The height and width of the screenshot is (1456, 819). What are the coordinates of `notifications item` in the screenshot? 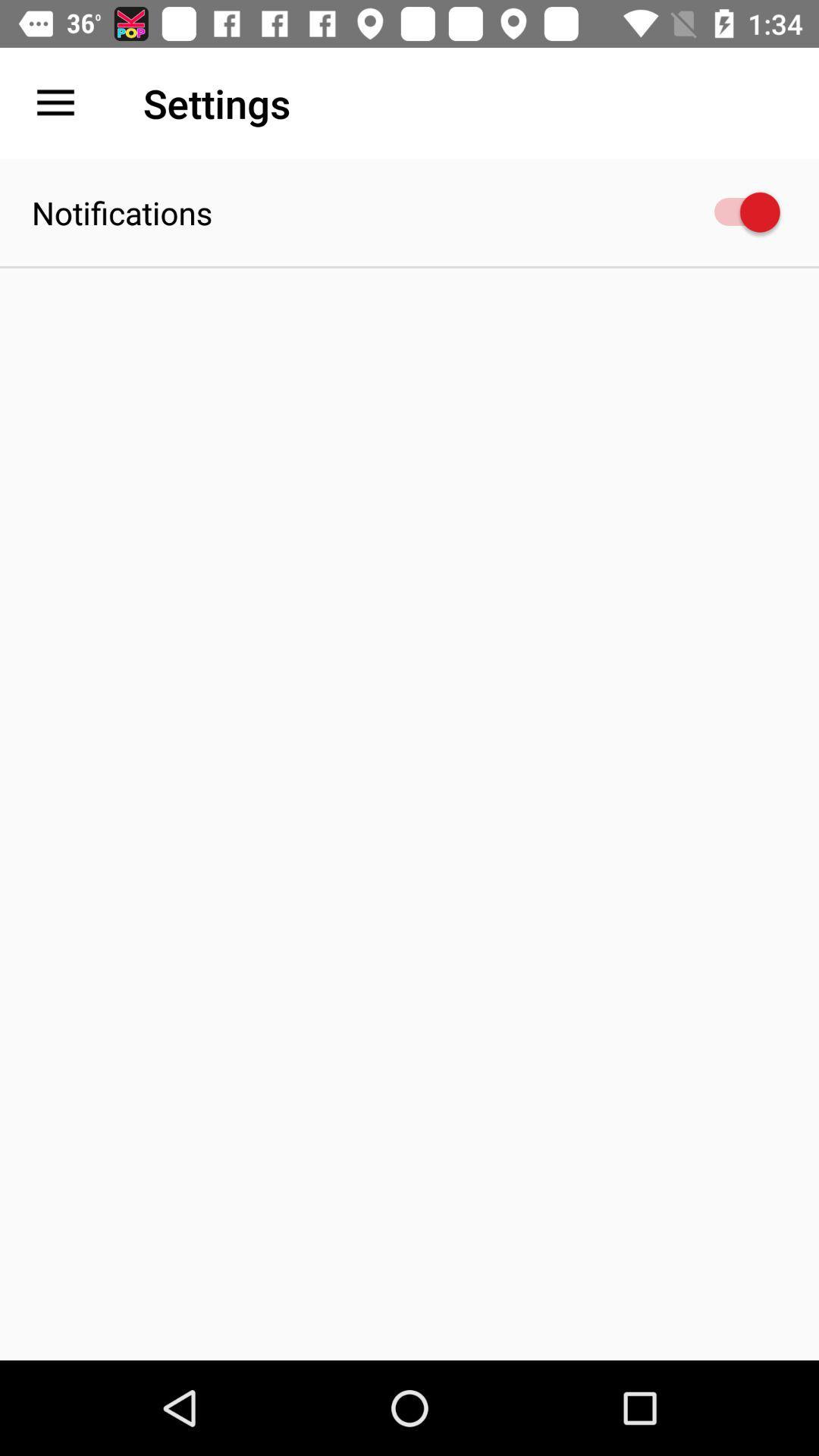 It's located at (121, 212).